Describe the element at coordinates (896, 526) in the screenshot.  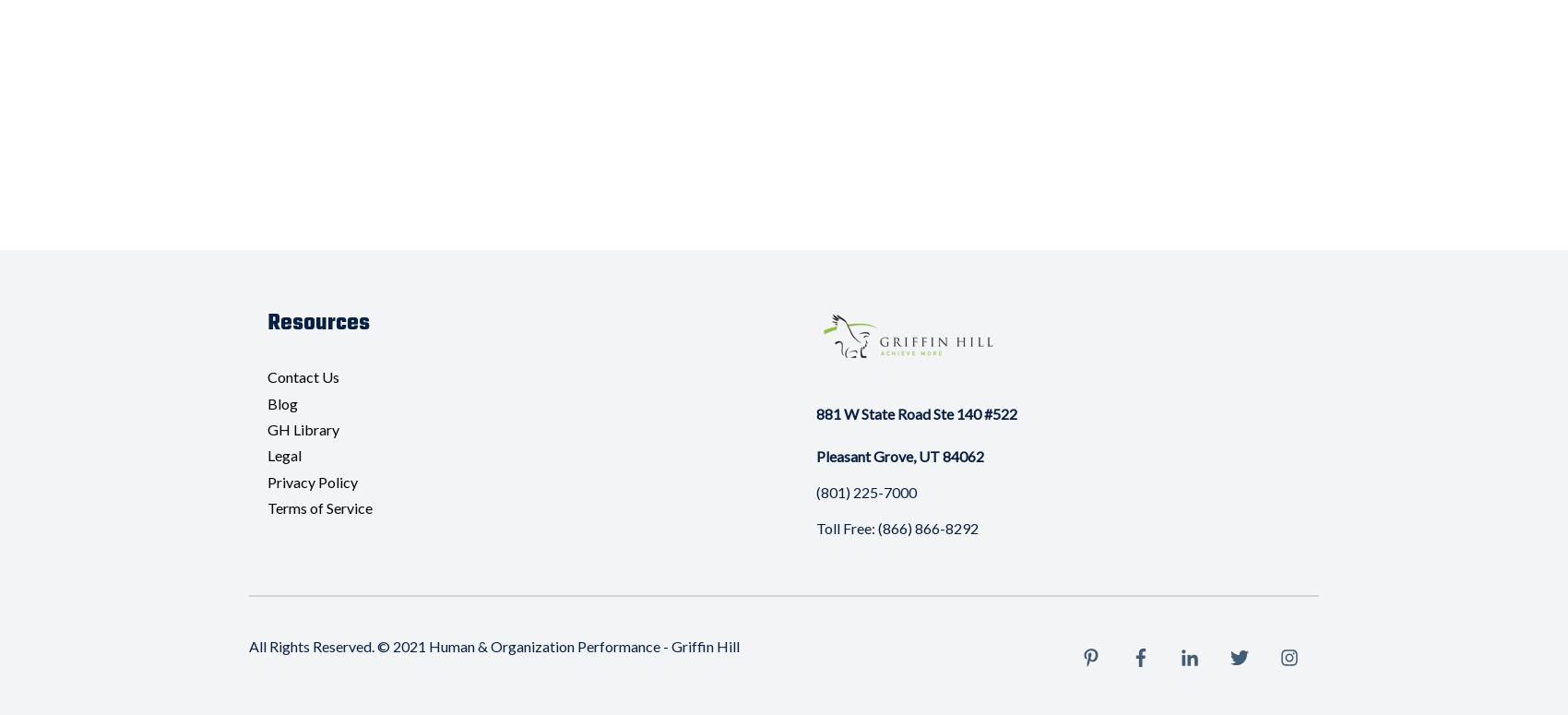
I see `'Toll Free: (866) 866-8292'` at that location.